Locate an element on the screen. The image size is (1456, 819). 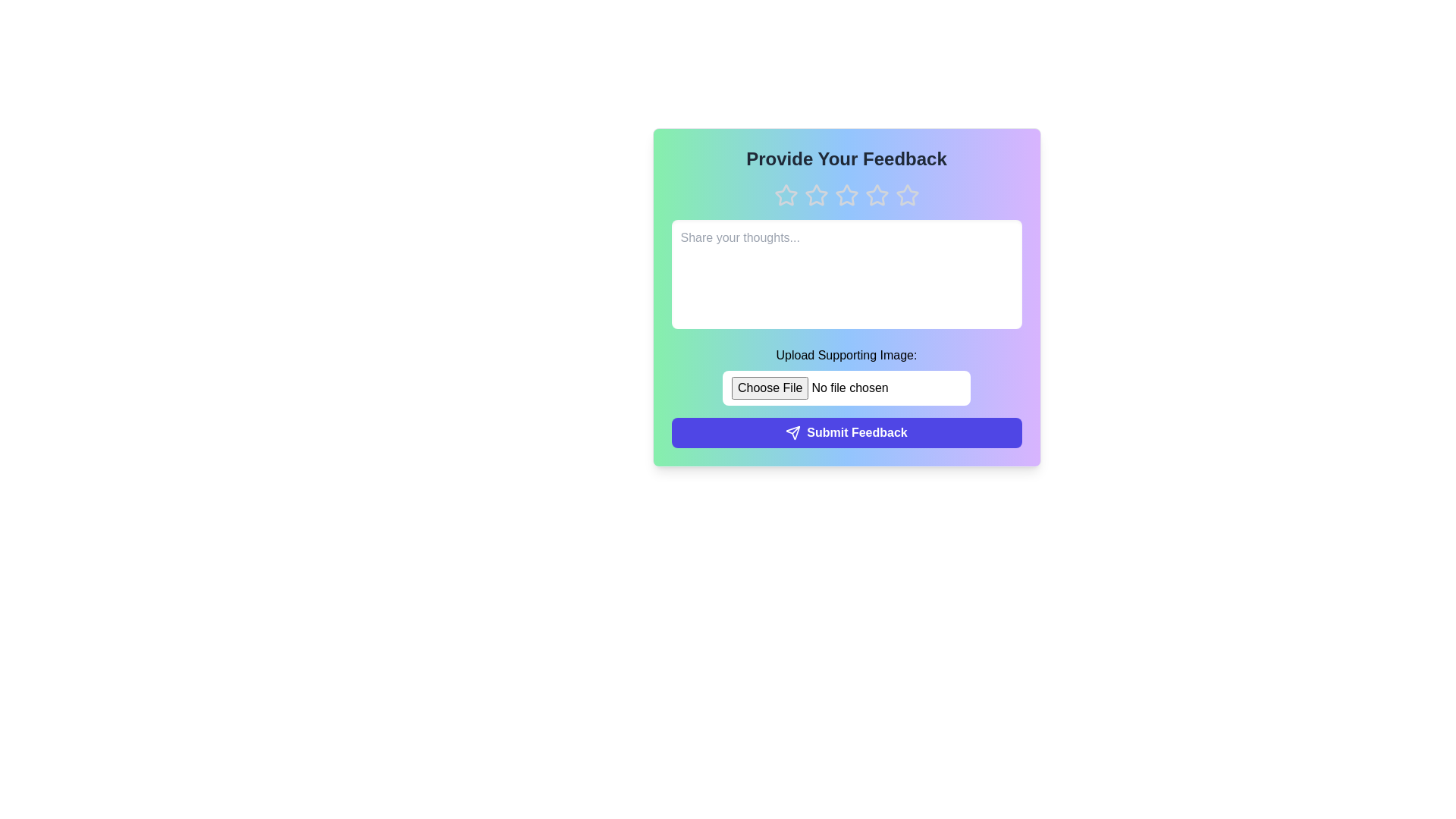
the third star icon in the series of five is located at coordinates (846, 195).